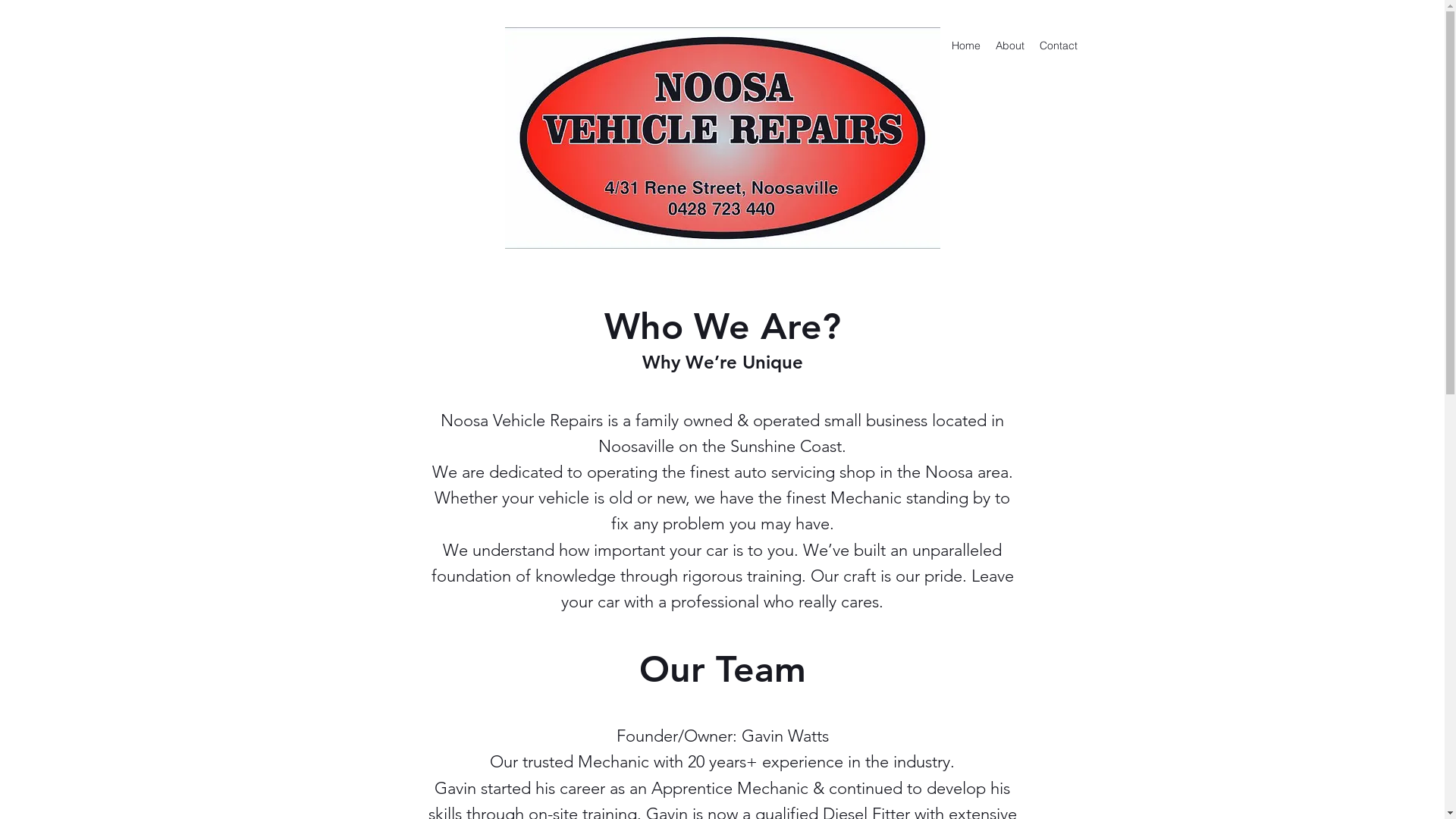 This screenshot has height=819, width=1456. Describe the element at coordinates (964, 45) in the screenshot. I see `'Home'` at that location.